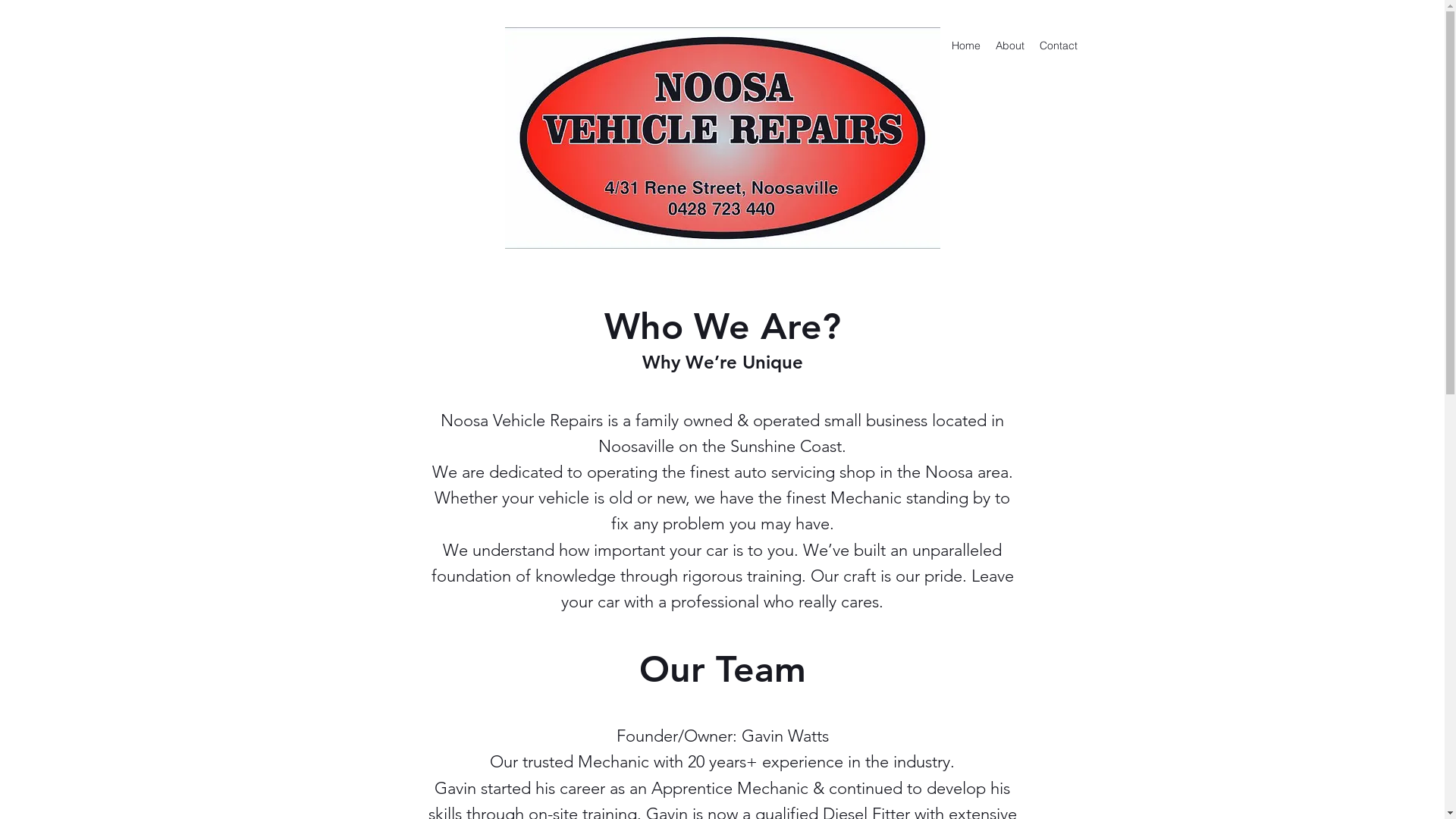 This screenshot has height=819, width=1456. Describe the element at coordinates (964, 45) in the screenshot. I see `'Home'` at that location.